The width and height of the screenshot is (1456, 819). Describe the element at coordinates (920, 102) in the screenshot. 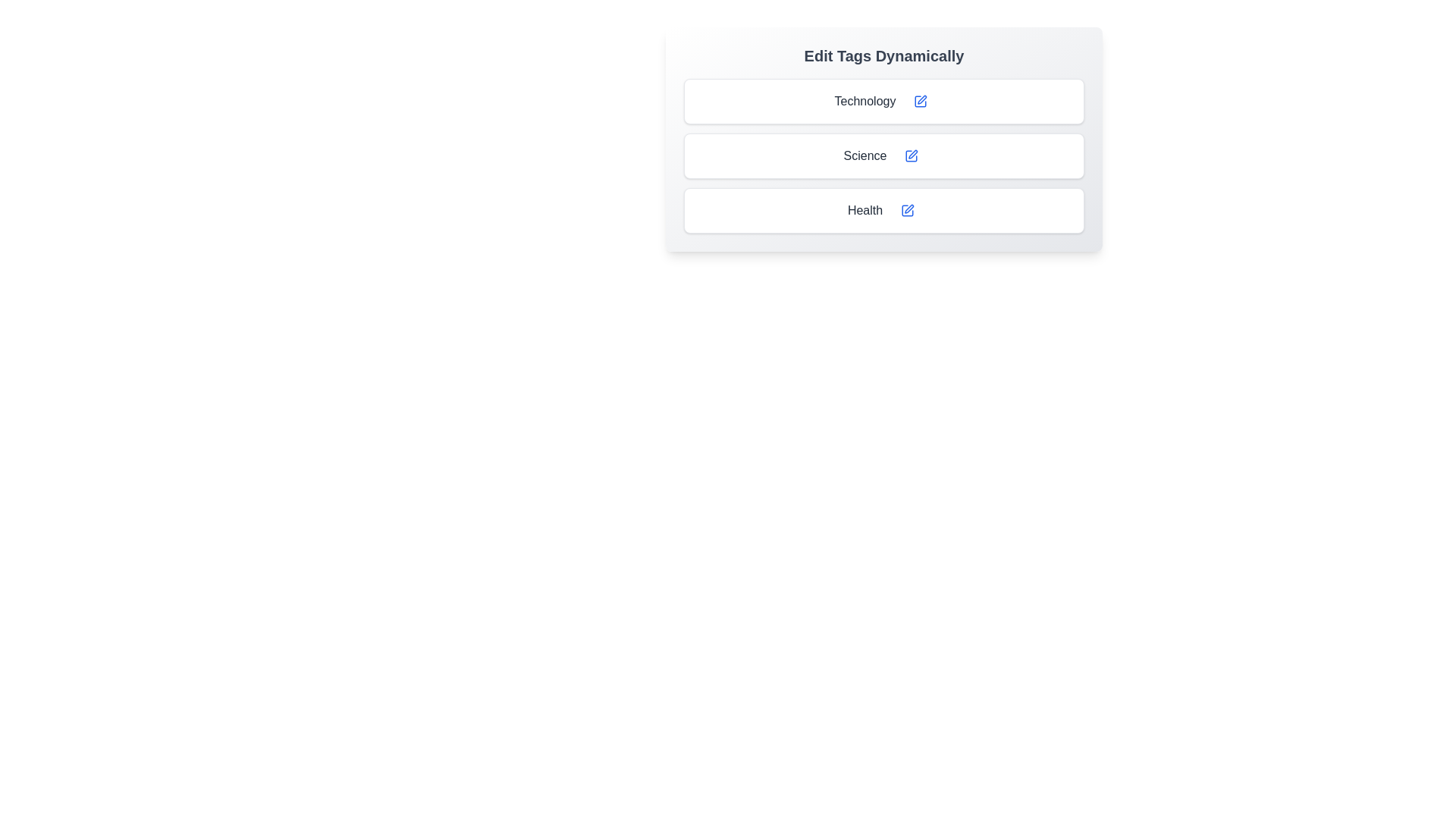

I see `save icon of the currently edited tag to cancel editing without making changes` at that location.